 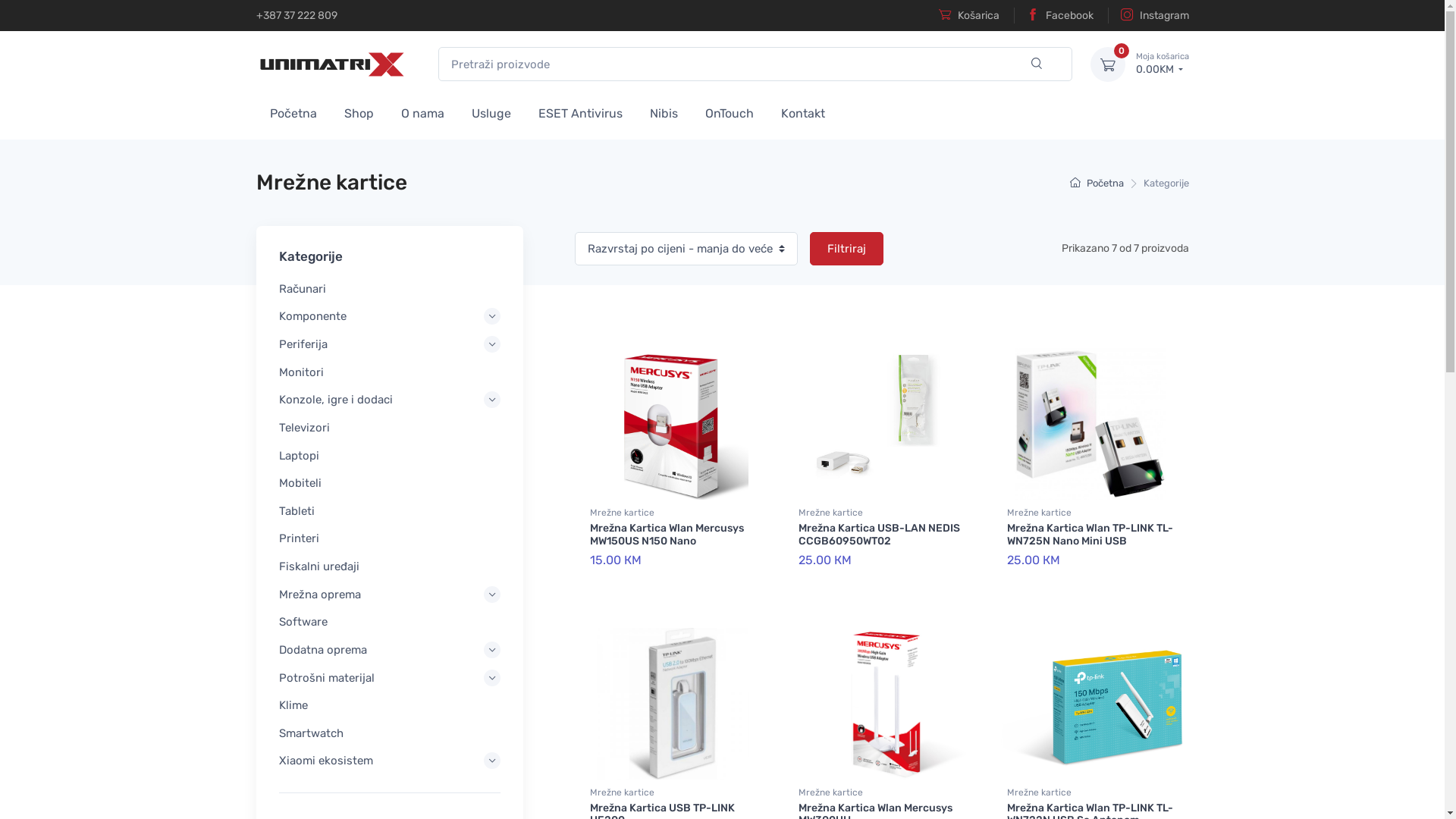 I want to click on 'OnTouch', so click(x=691, y=111).